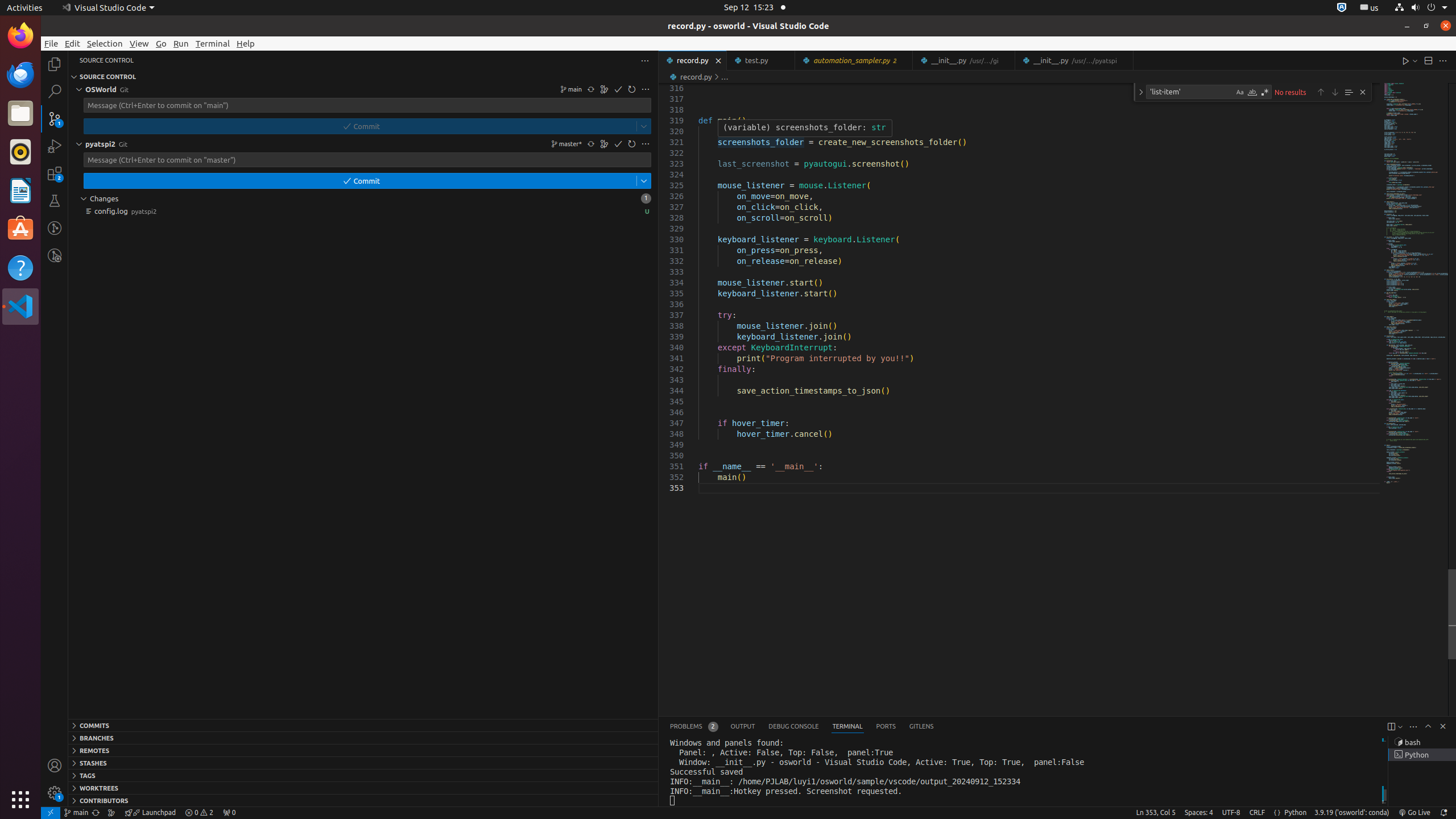 Image resolution: width=1456 pixels, height=819 pixels. What do you see at coordinates (1240, 92) in the screenshot?
I see `'Match Case (Alt+C)'` at bounding box center [1240, 92].